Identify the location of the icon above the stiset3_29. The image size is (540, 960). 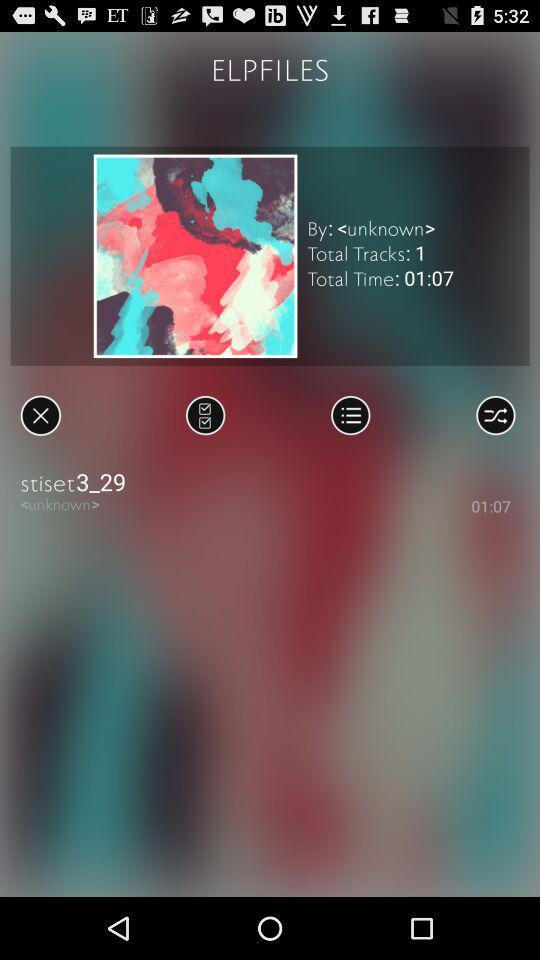
(204, 414).